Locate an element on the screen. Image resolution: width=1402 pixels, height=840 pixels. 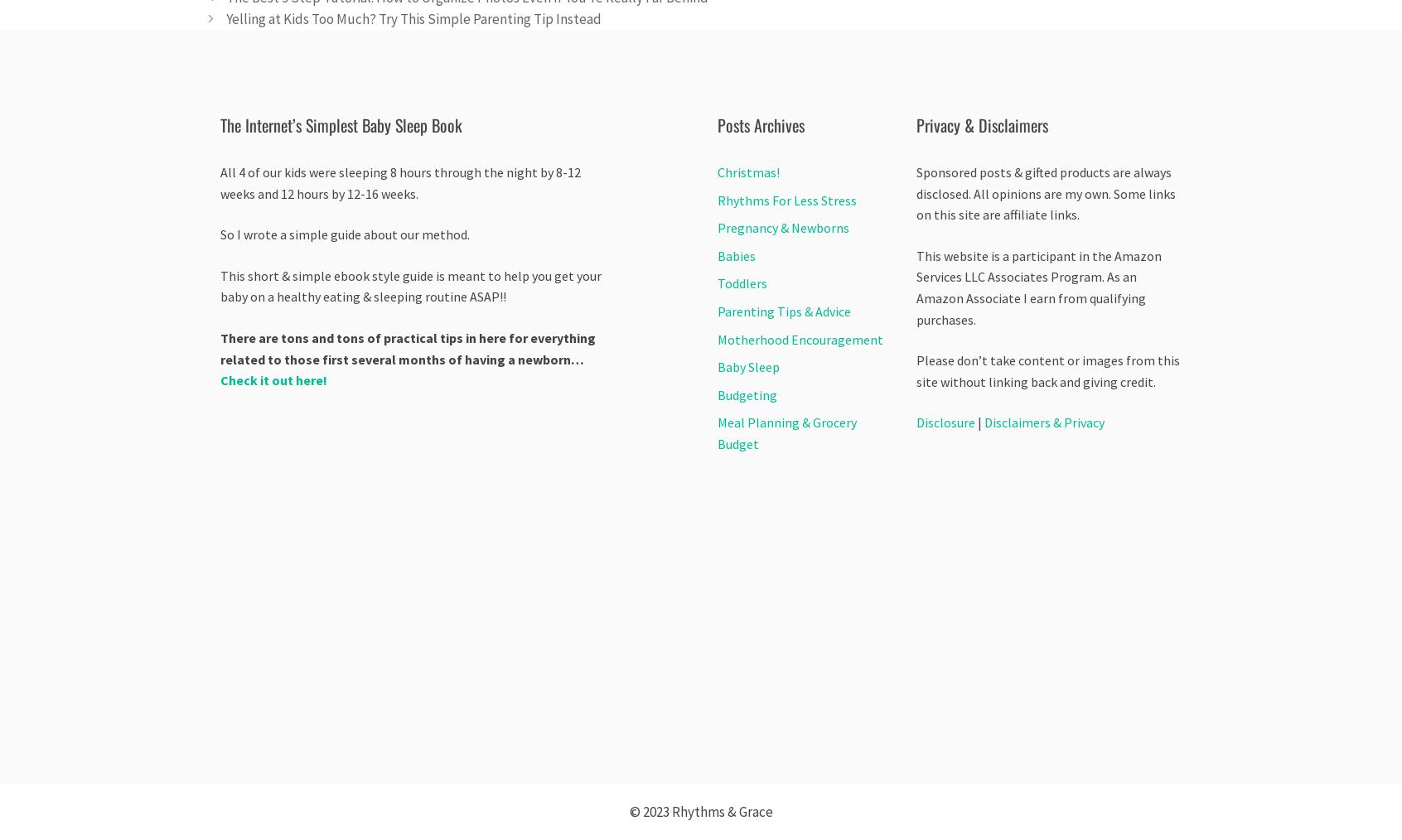
'Please don’t take content or images from this site without linking back and giving credit.' is located at coordinates (1047, 370).